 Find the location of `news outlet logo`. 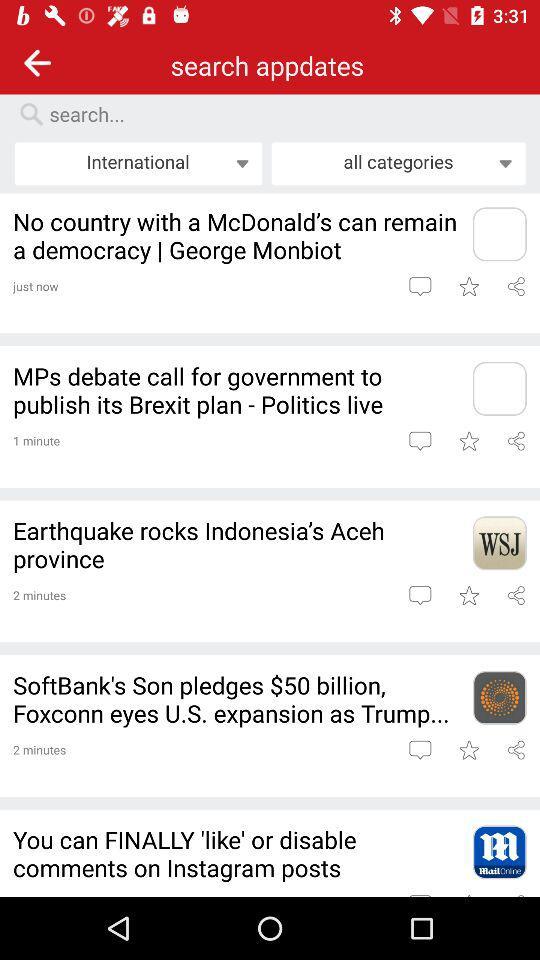

news outlet logo is located at coordinates (498, 234).